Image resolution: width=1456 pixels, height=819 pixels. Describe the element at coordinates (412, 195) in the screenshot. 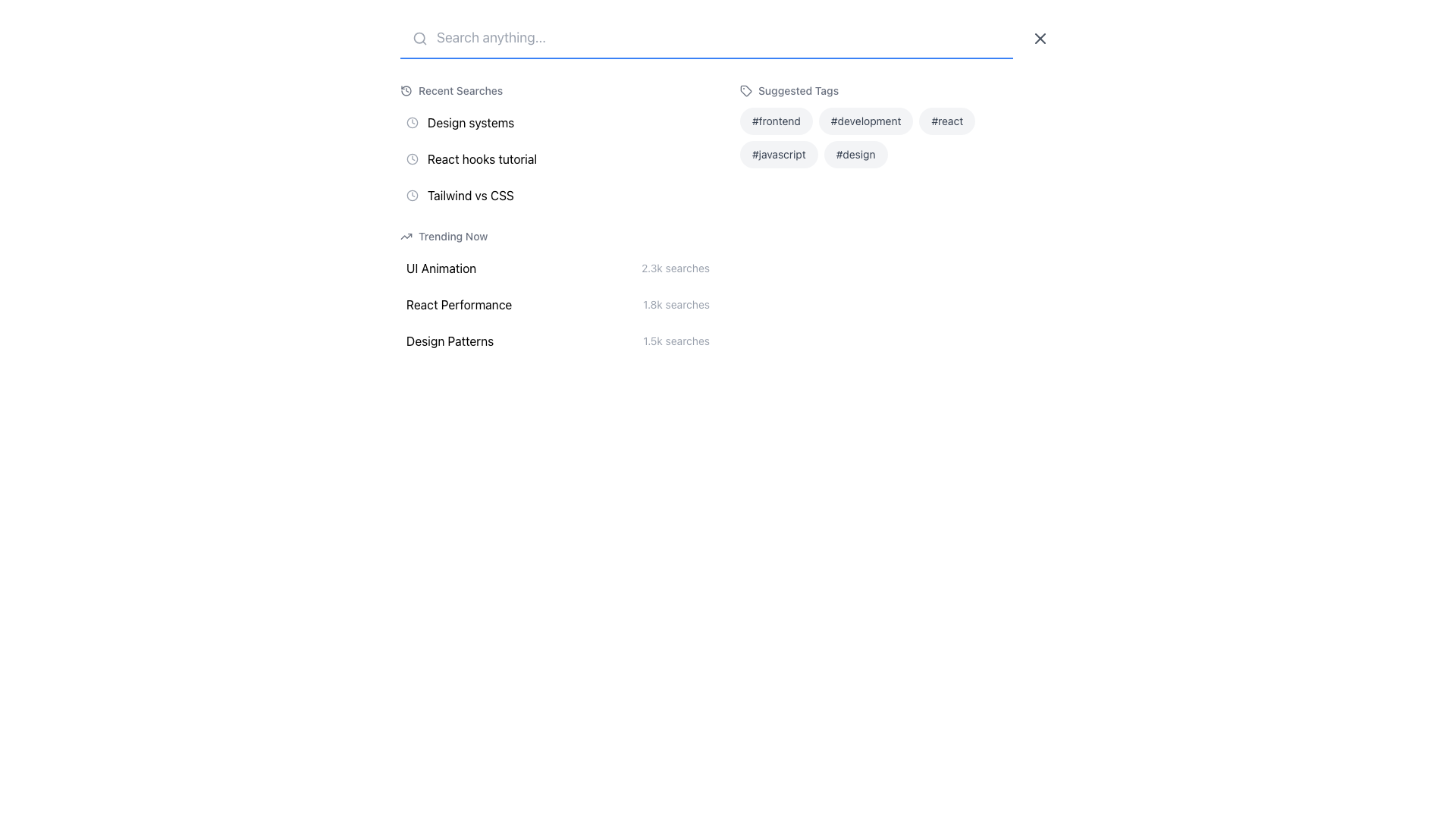

I see `the clock icon representing the 'Tailwind vs CSS' entry in the 'Recent Searches' section` at that location.